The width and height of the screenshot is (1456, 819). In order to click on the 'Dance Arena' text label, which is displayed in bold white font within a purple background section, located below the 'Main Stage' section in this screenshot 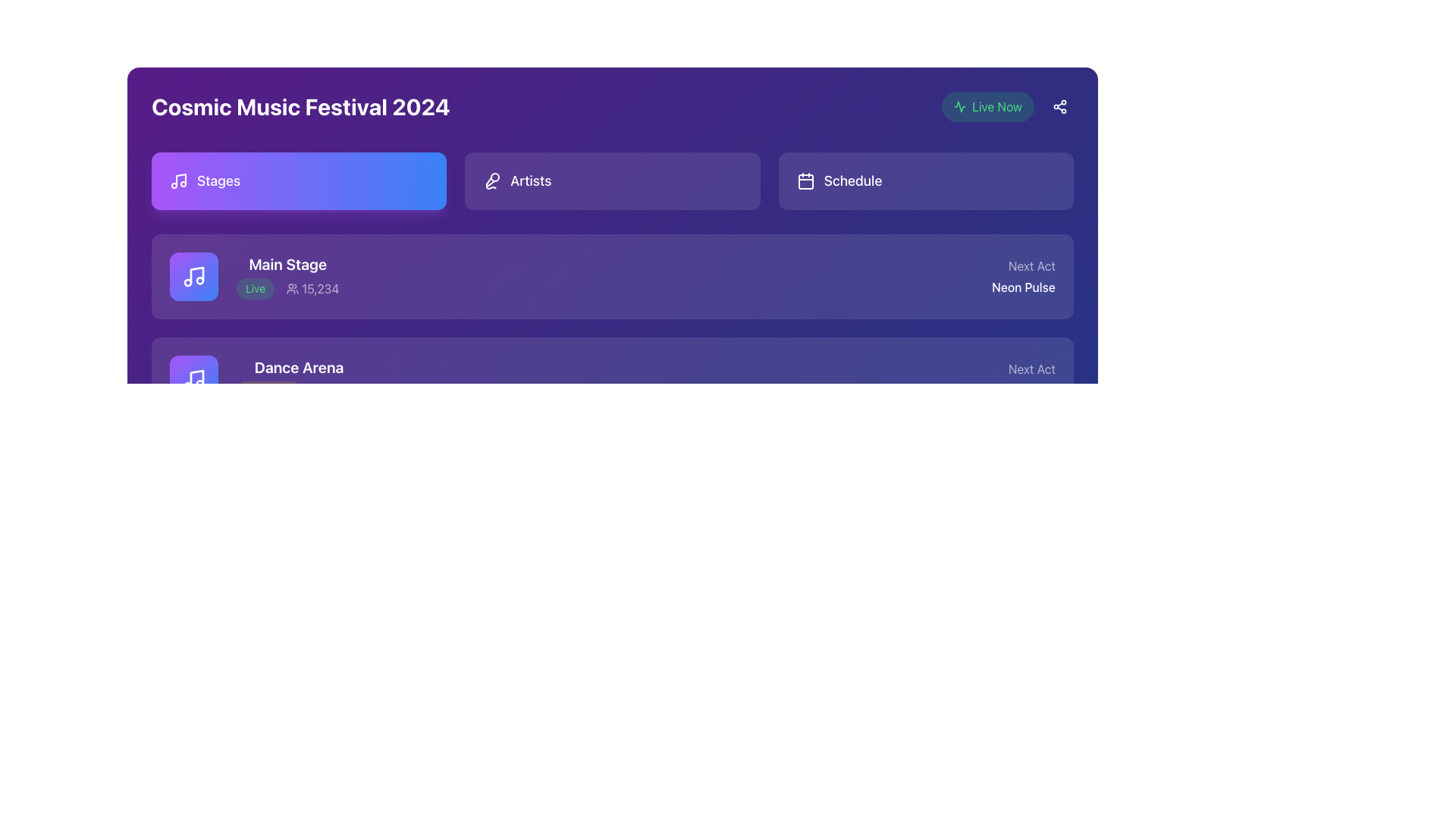, I will do `click(299, 368)`.